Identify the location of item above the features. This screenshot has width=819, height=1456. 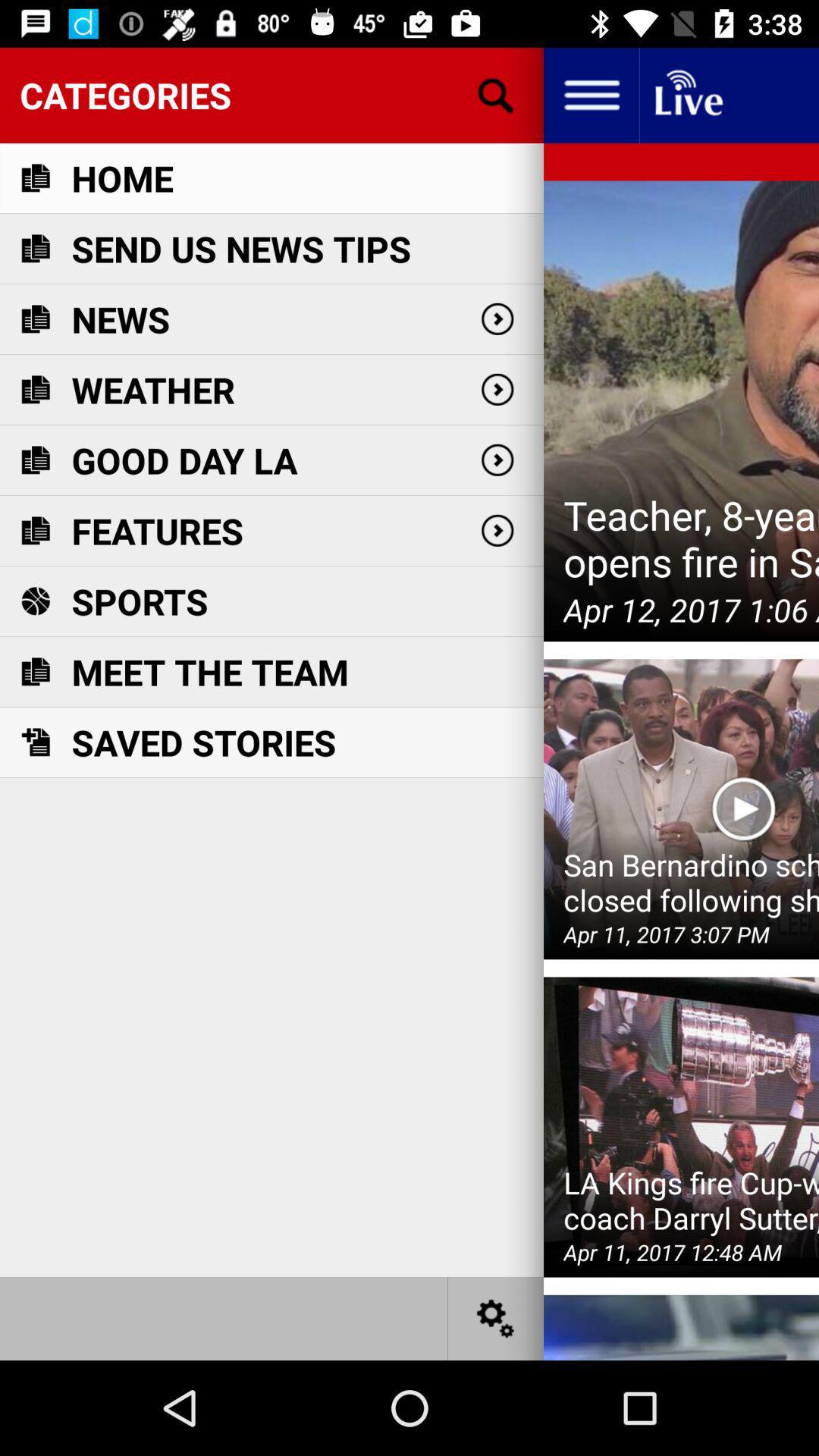
(184, 460).